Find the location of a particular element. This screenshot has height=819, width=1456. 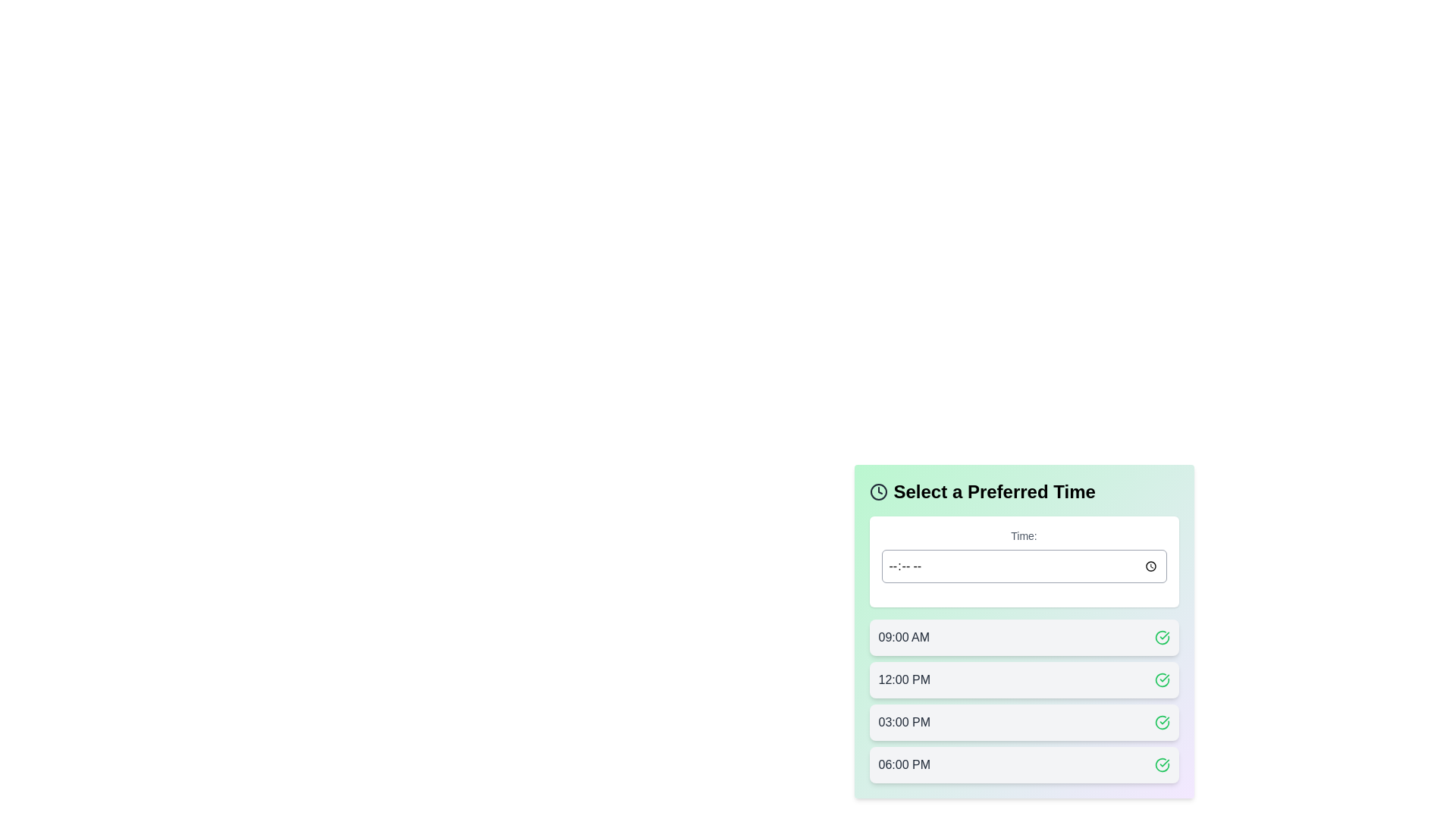

the Time input field located beneath the 'Time:' label in the centered card interface is located at coordinates (1024, 566).